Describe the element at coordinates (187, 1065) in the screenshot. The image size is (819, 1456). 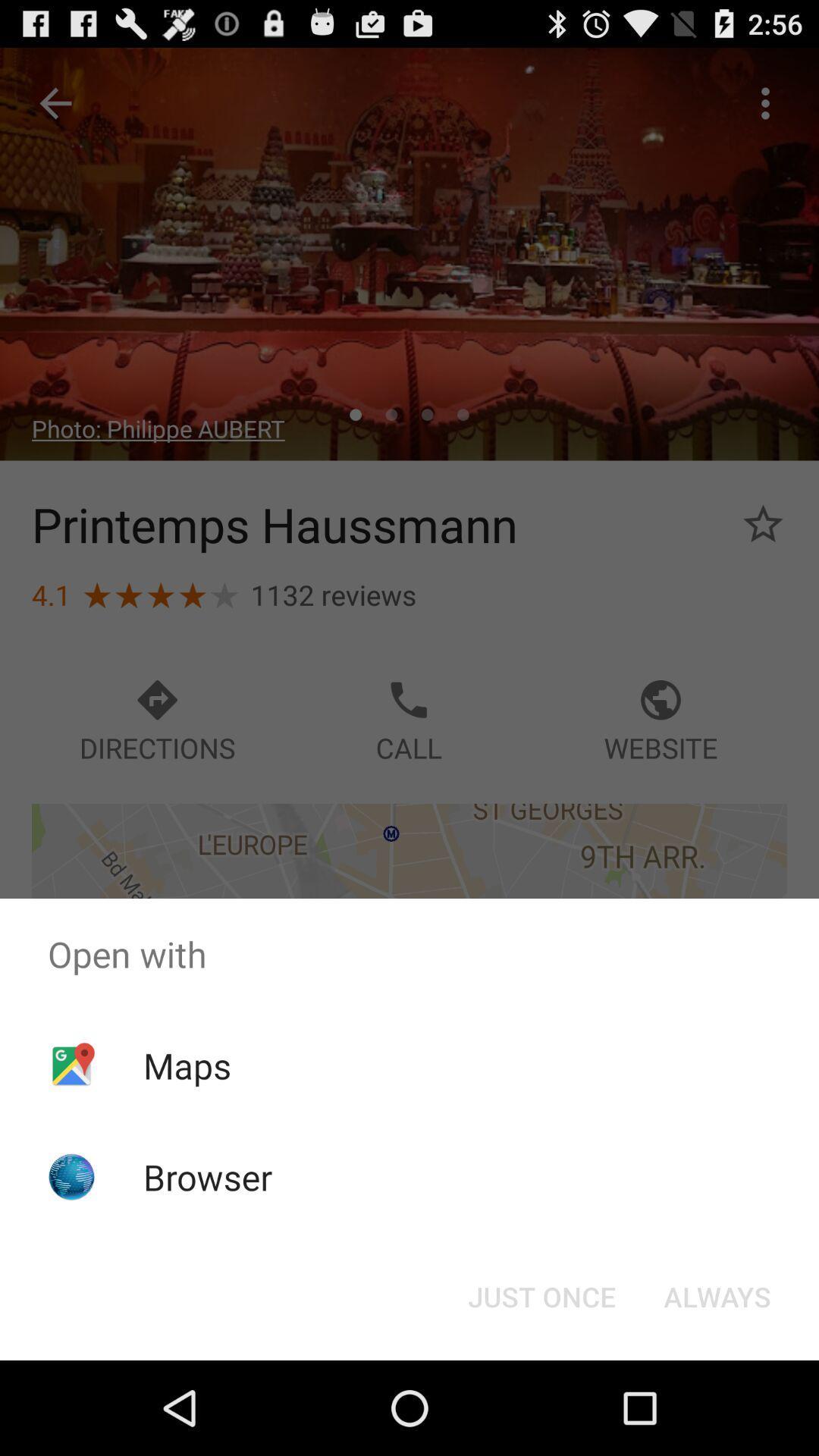
I see `the icon below the open with app` at that location.